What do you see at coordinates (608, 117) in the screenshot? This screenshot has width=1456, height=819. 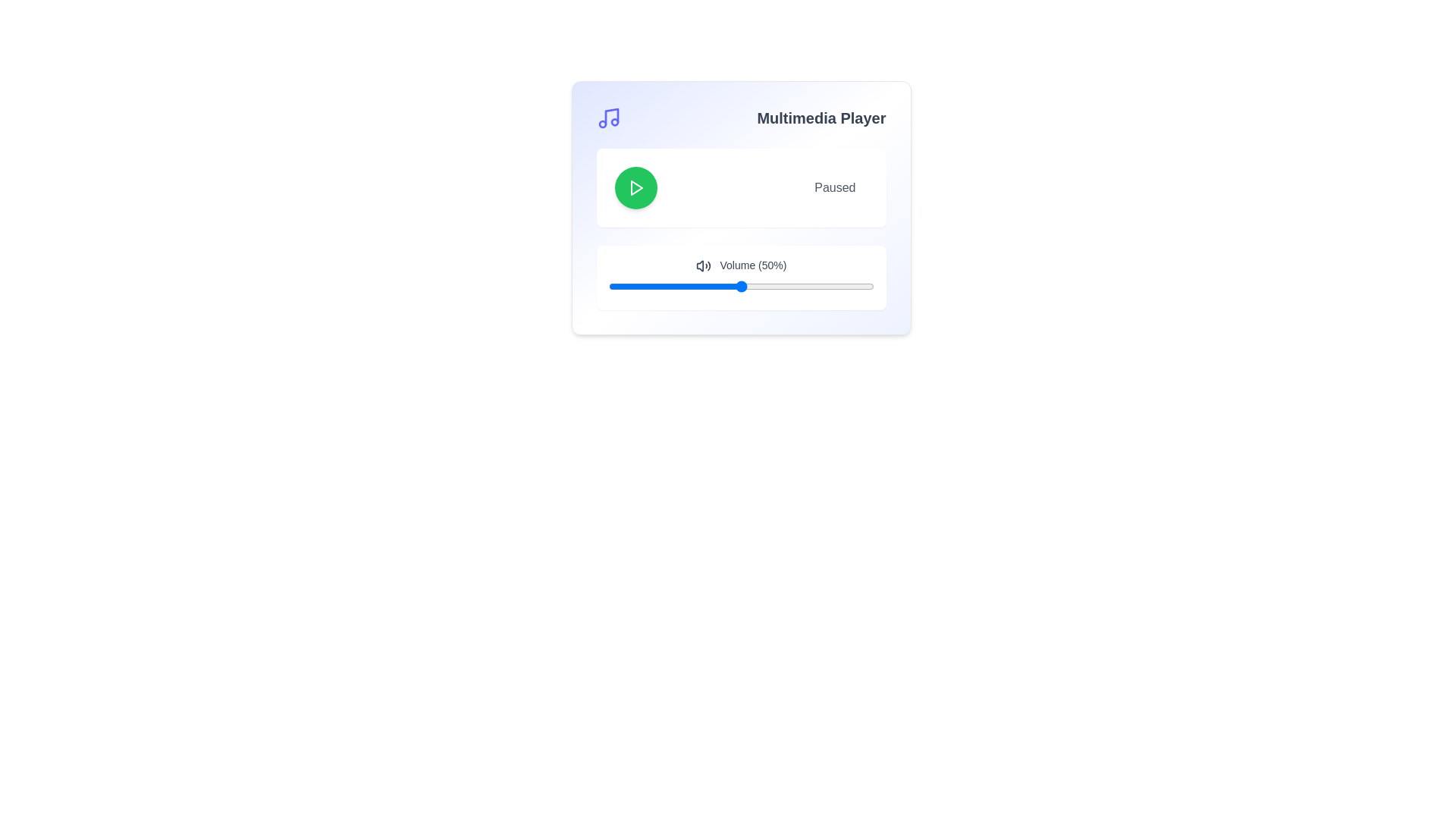 I see `the bold indigo musical note icon located to the left of the 'Multimedia Player' title` at bounding box center [608, 117].